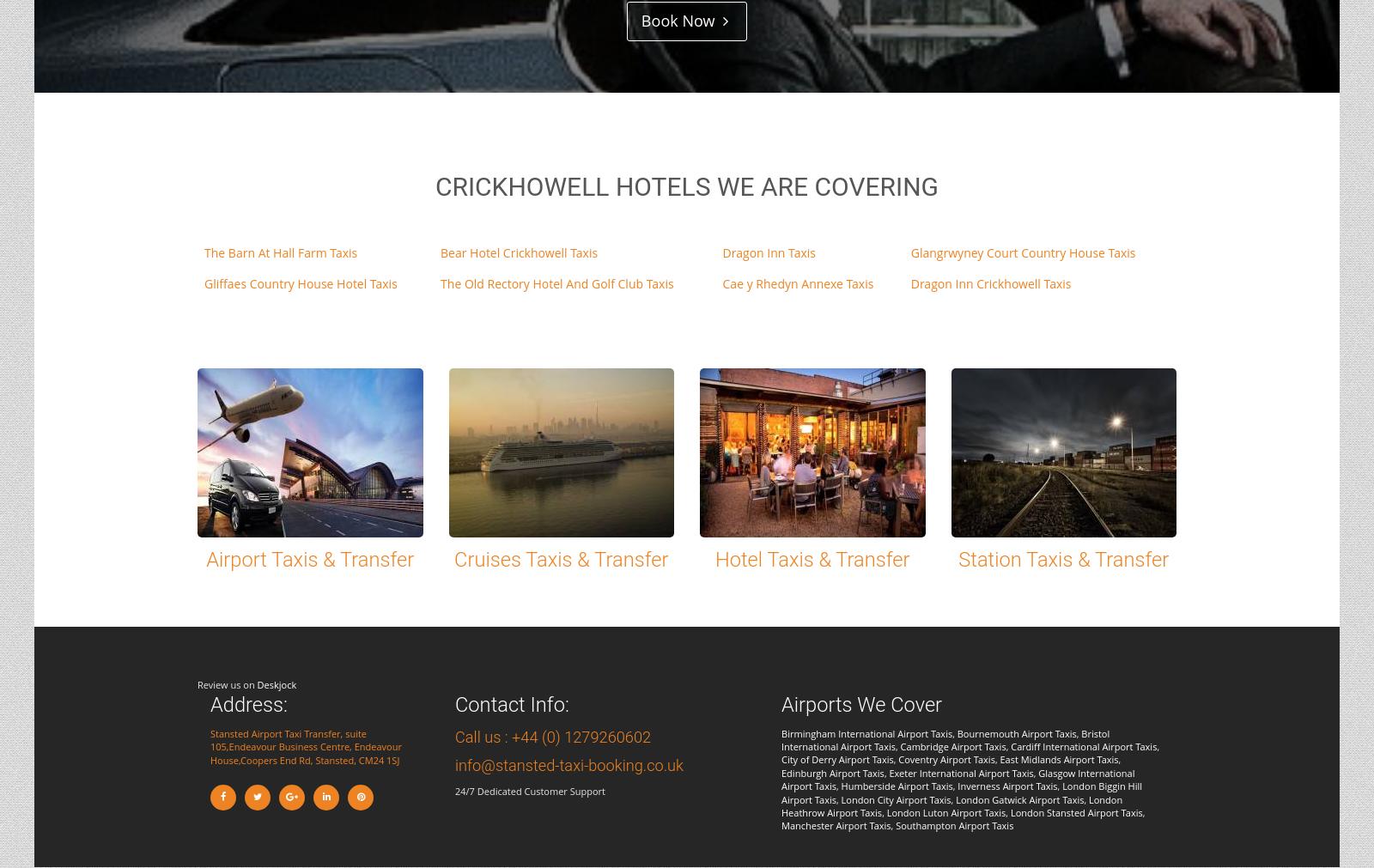  Describe the element at coordinates (1016, 732) in the screenshot. I see `'Bournemouth Airport Taxis'` at that location.